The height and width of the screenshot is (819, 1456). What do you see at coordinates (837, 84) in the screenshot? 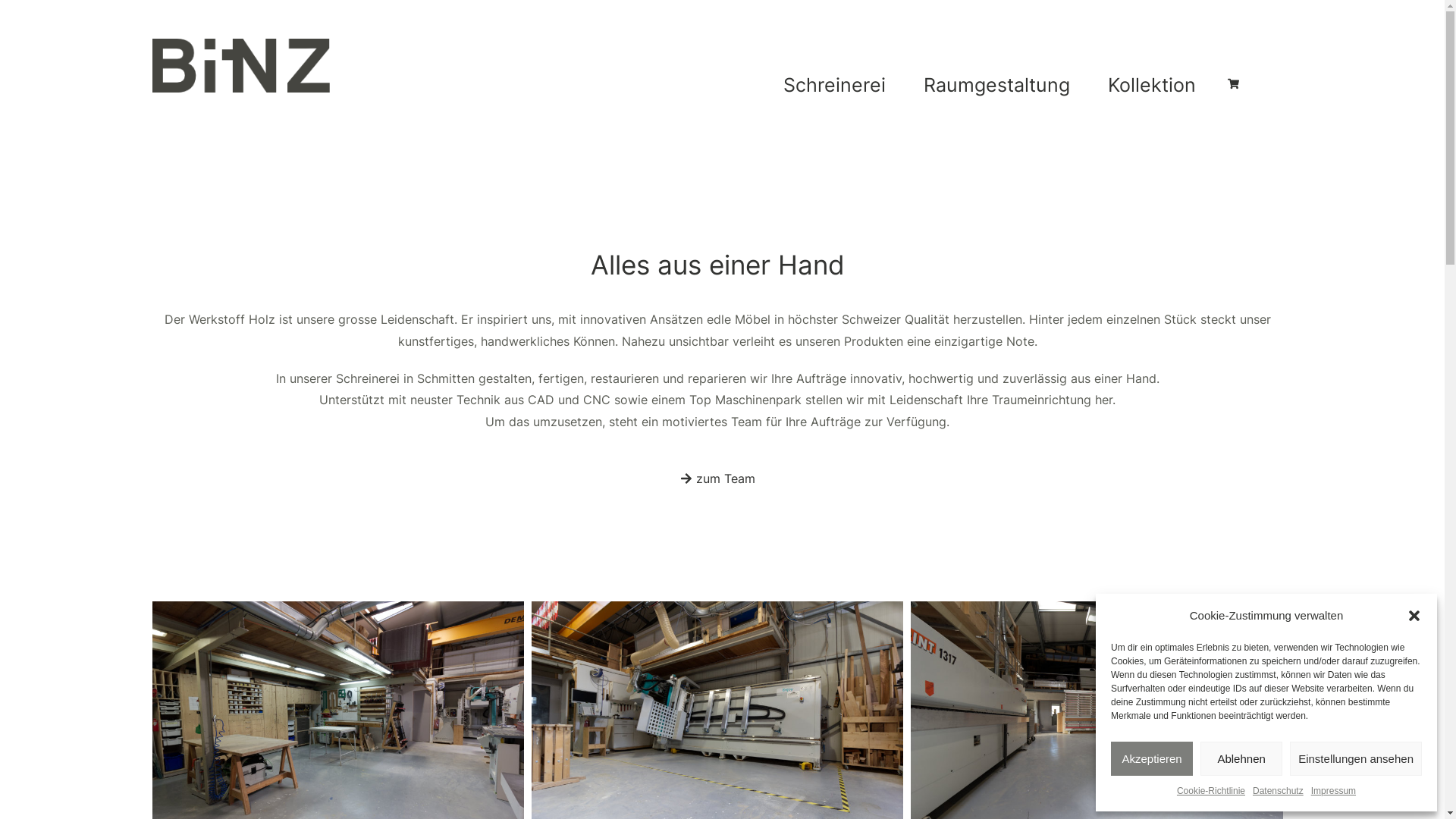
I see `'Schreinerei'` at bounding box center [837, 84].